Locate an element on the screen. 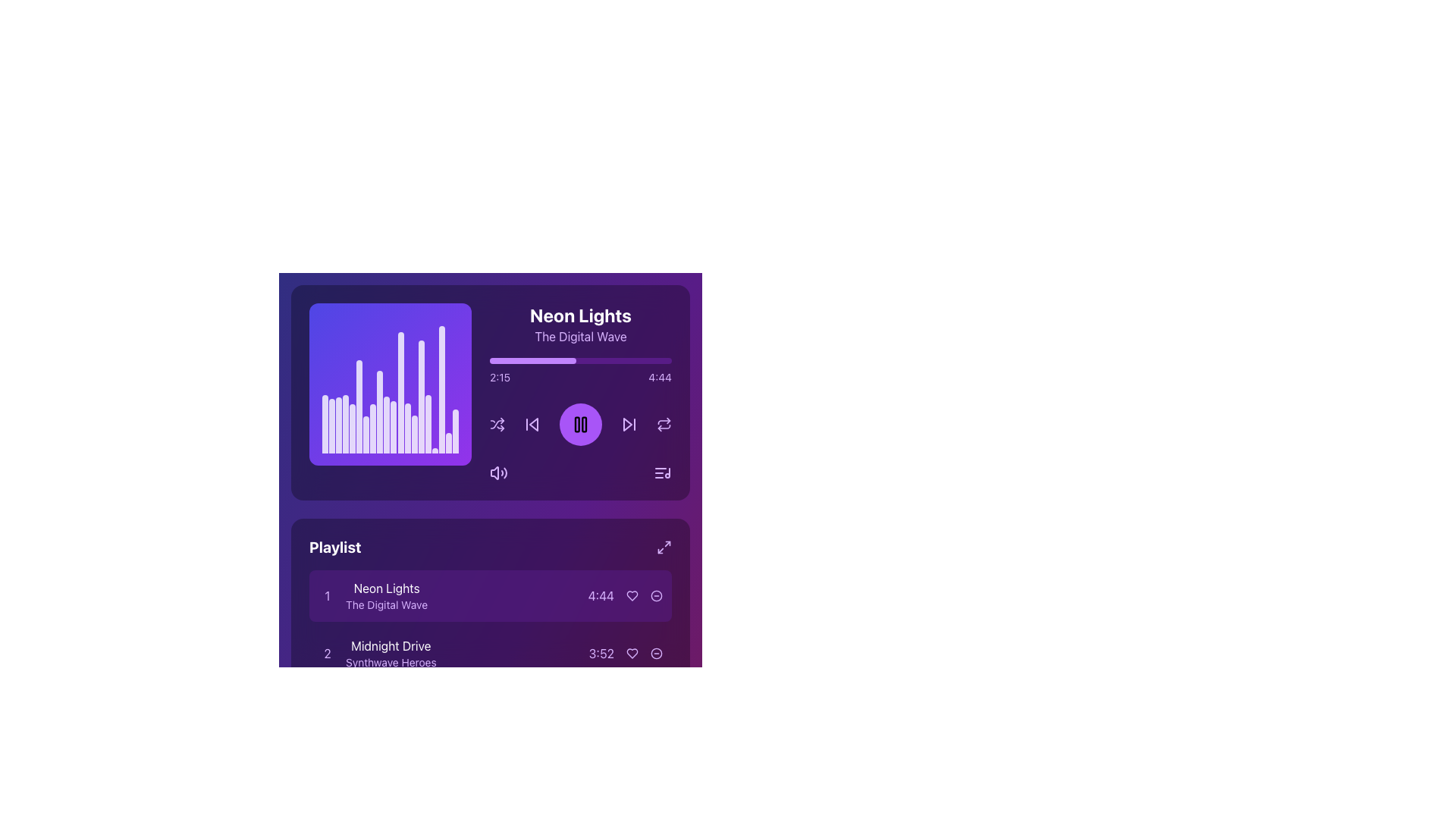  the volume control icon, which indicates a muted audio state is located at coordinates (494, 472).